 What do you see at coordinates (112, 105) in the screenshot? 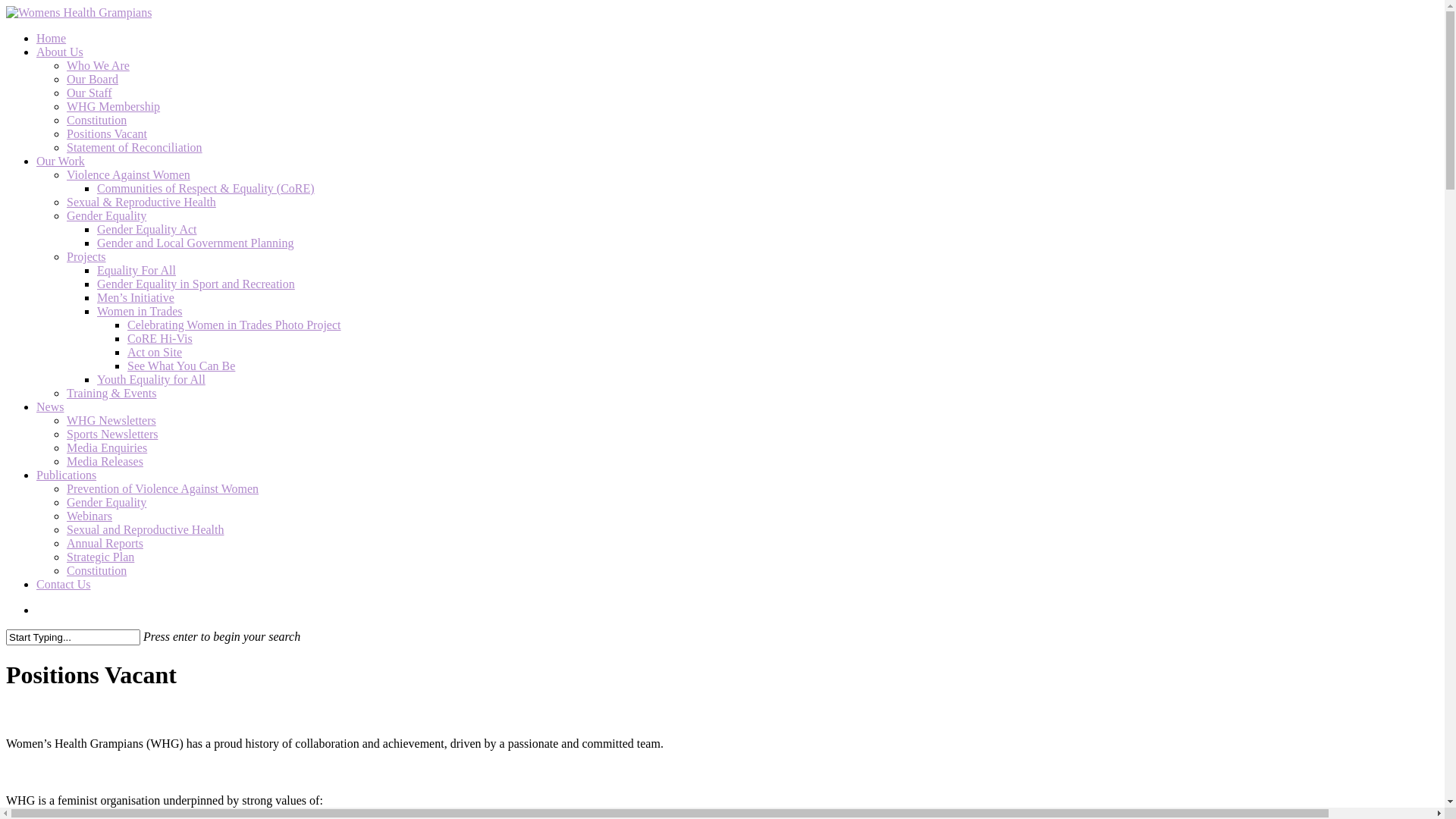
I see `'WHG Membership'` at bounding box center [112, 105].